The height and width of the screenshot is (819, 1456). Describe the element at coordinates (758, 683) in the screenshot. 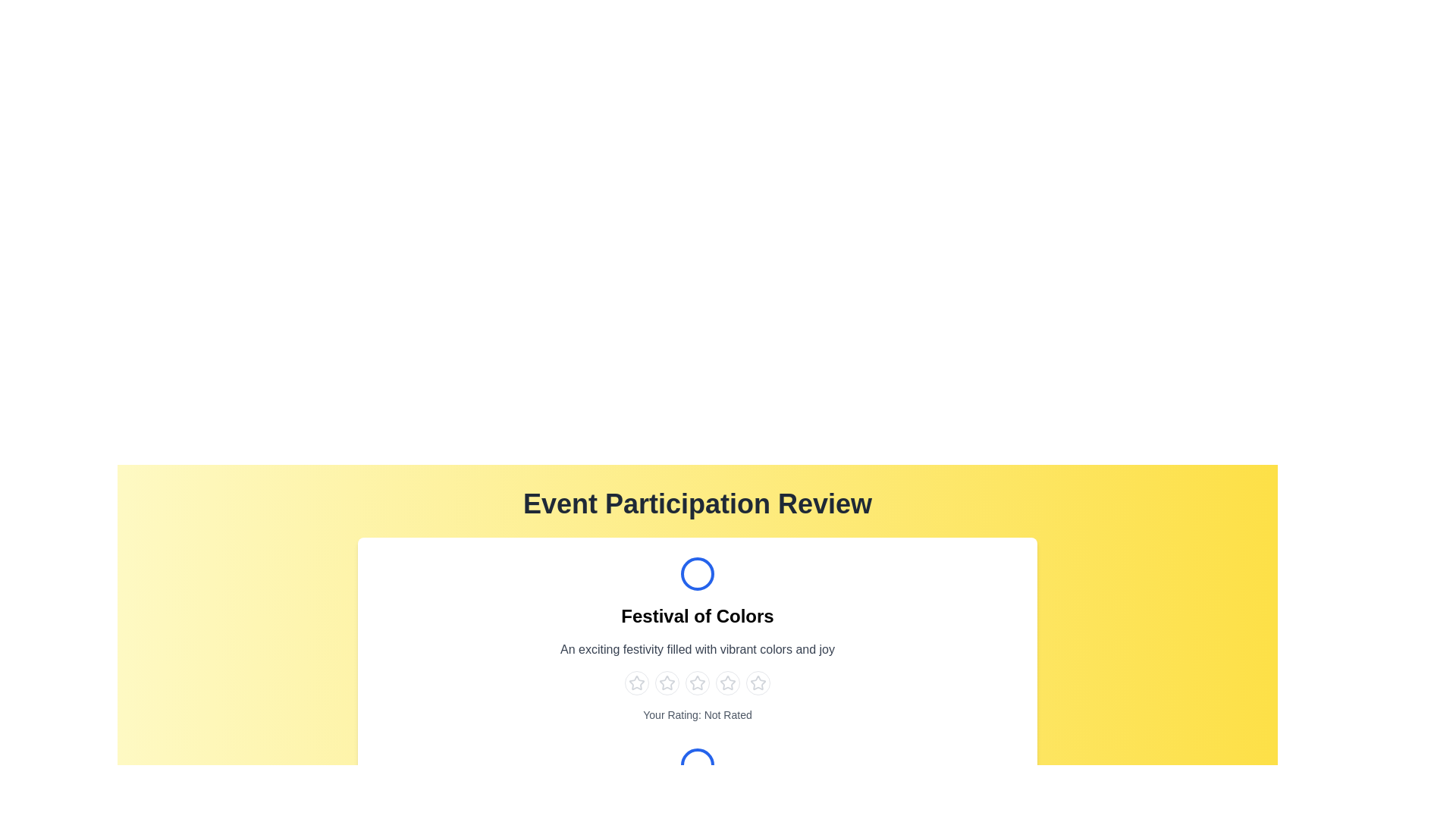

I see `the star corresponding to the rating 5 for the event` at that location.